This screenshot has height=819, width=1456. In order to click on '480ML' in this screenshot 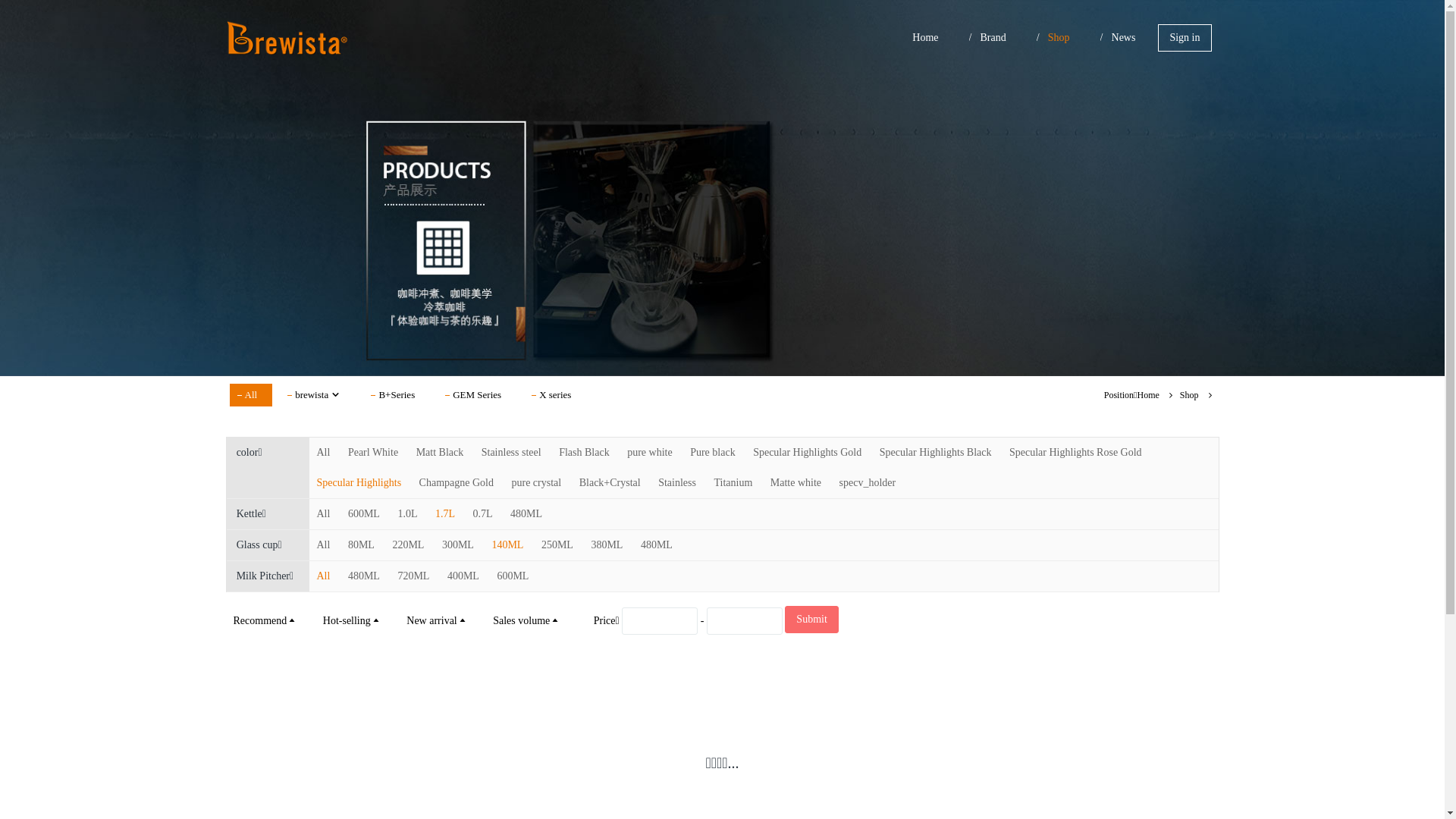, I will do `click(526, 513)`.